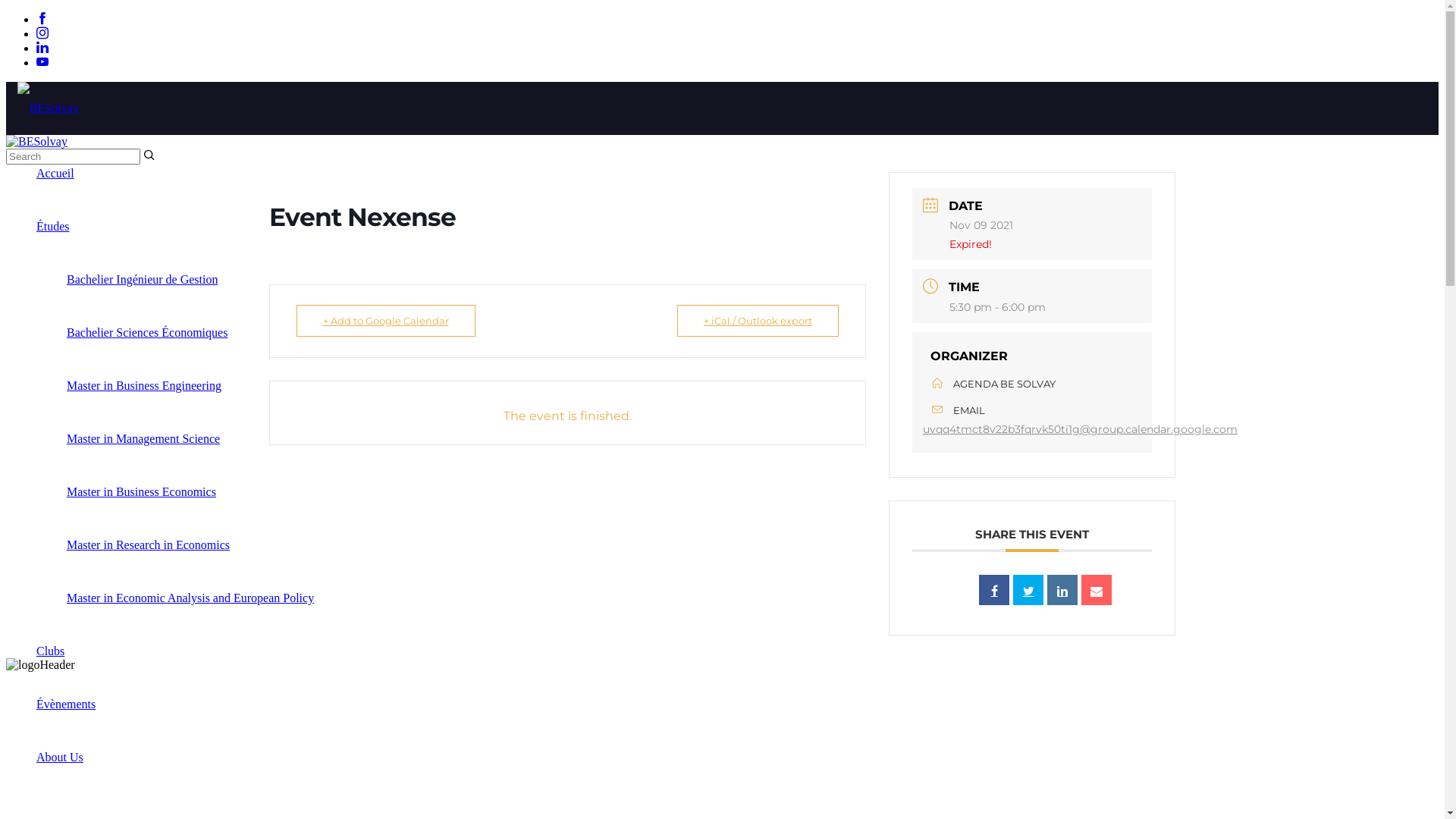 This screenshot has width=1456, height=819. Describe the element at coordinates (65, 491) in the screenshot. I see `'Master in Business Economics'` at that location.